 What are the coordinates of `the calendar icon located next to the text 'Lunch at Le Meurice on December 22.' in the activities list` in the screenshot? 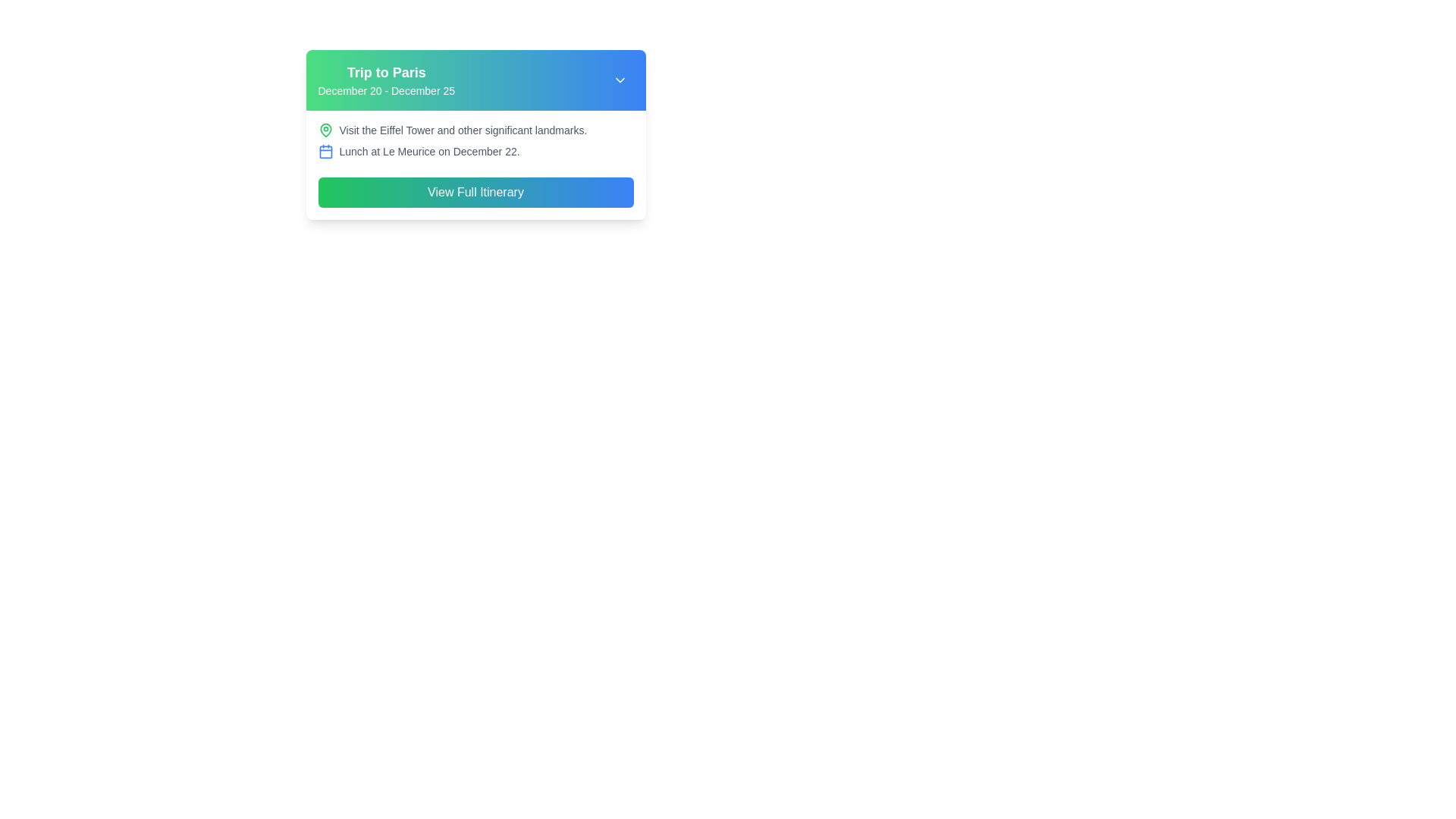 It's located at (325, 152).